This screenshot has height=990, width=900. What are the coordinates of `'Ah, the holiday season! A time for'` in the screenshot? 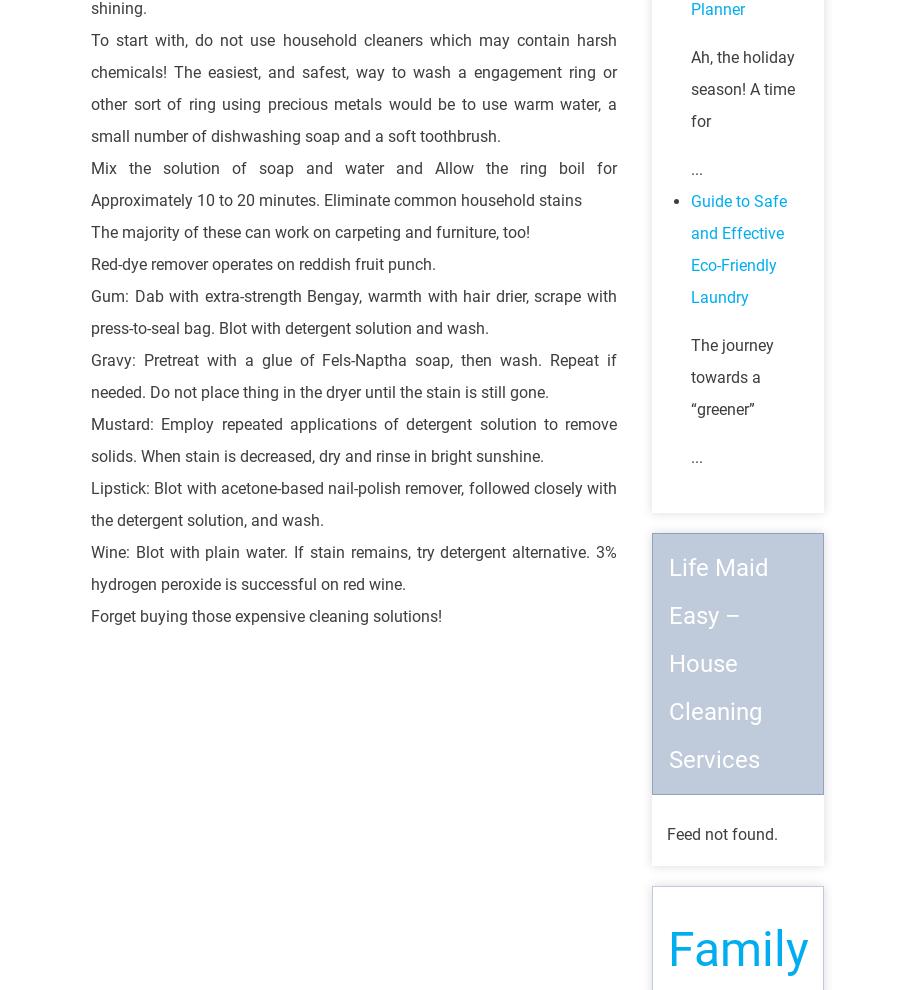 It's located at (742, 89).